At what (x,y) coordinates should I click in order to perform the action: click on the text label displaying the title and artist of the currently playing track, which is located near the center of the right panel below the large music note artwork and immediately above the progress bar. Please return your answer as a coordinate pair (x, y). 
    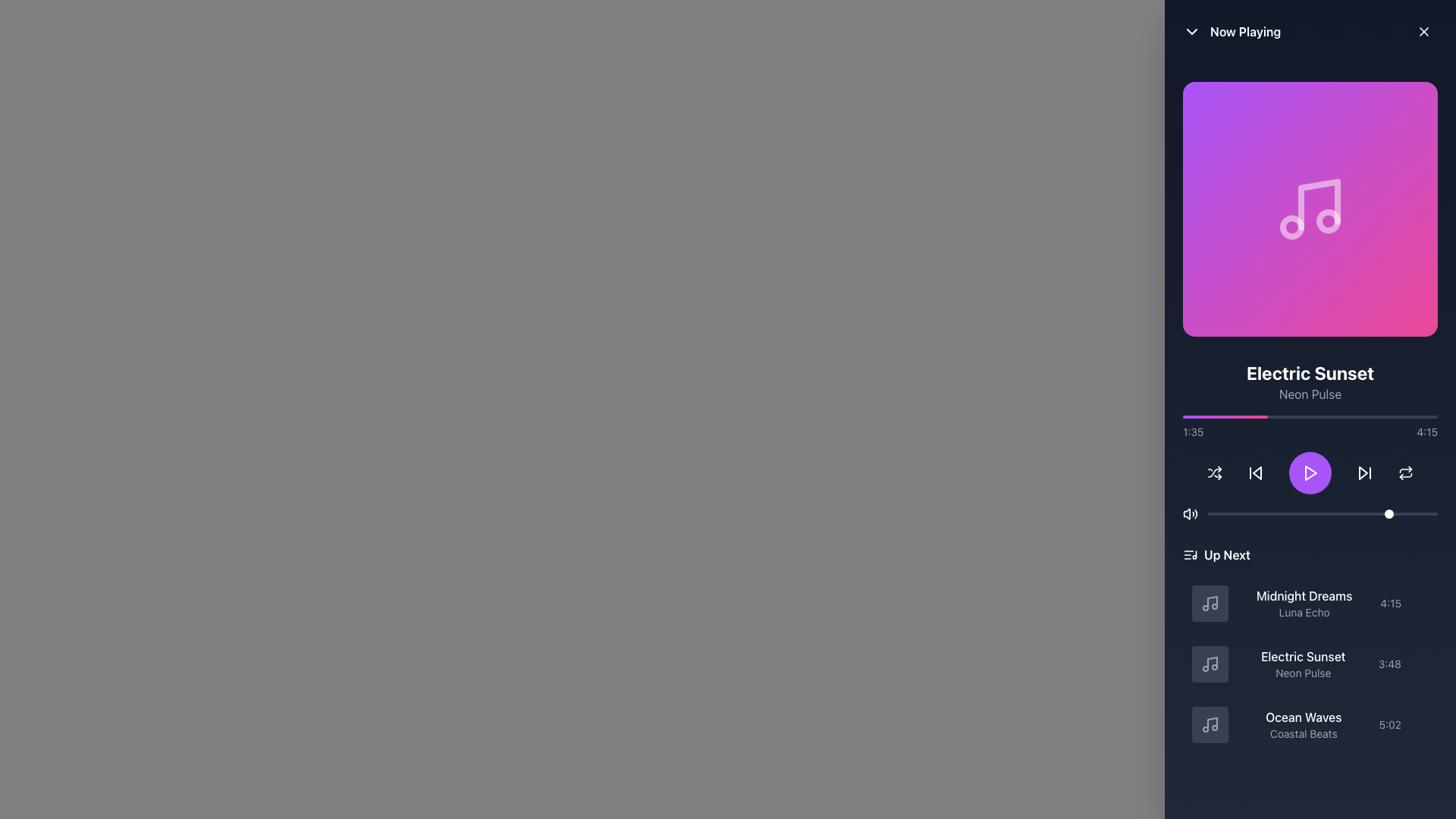
    Looking at the image, I should click on (1310, 381).